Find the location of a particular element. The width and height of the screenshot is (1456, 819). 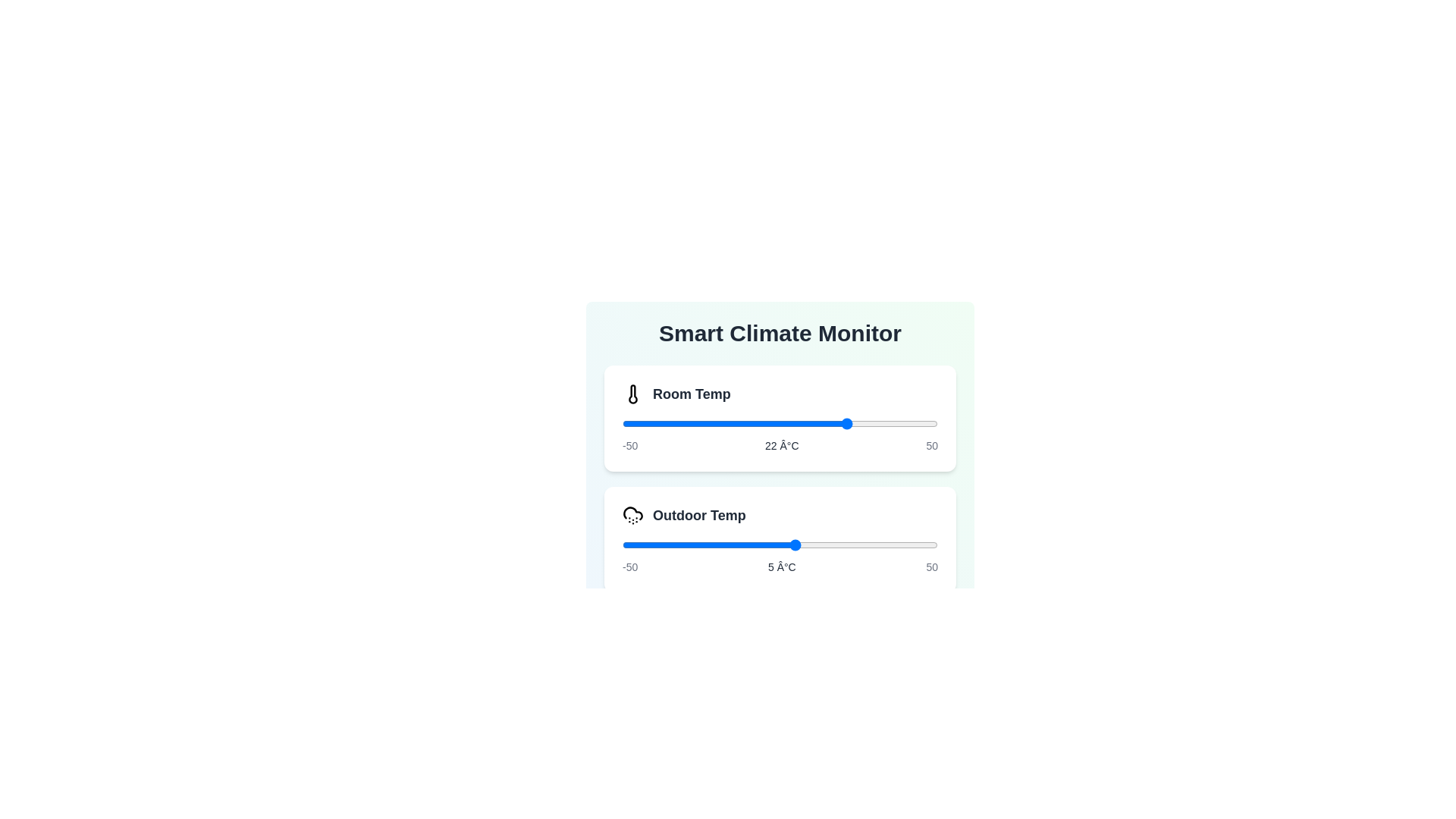

the slider for 'Room Temp' to set its value to -13 is located at coordinates (739, 424).